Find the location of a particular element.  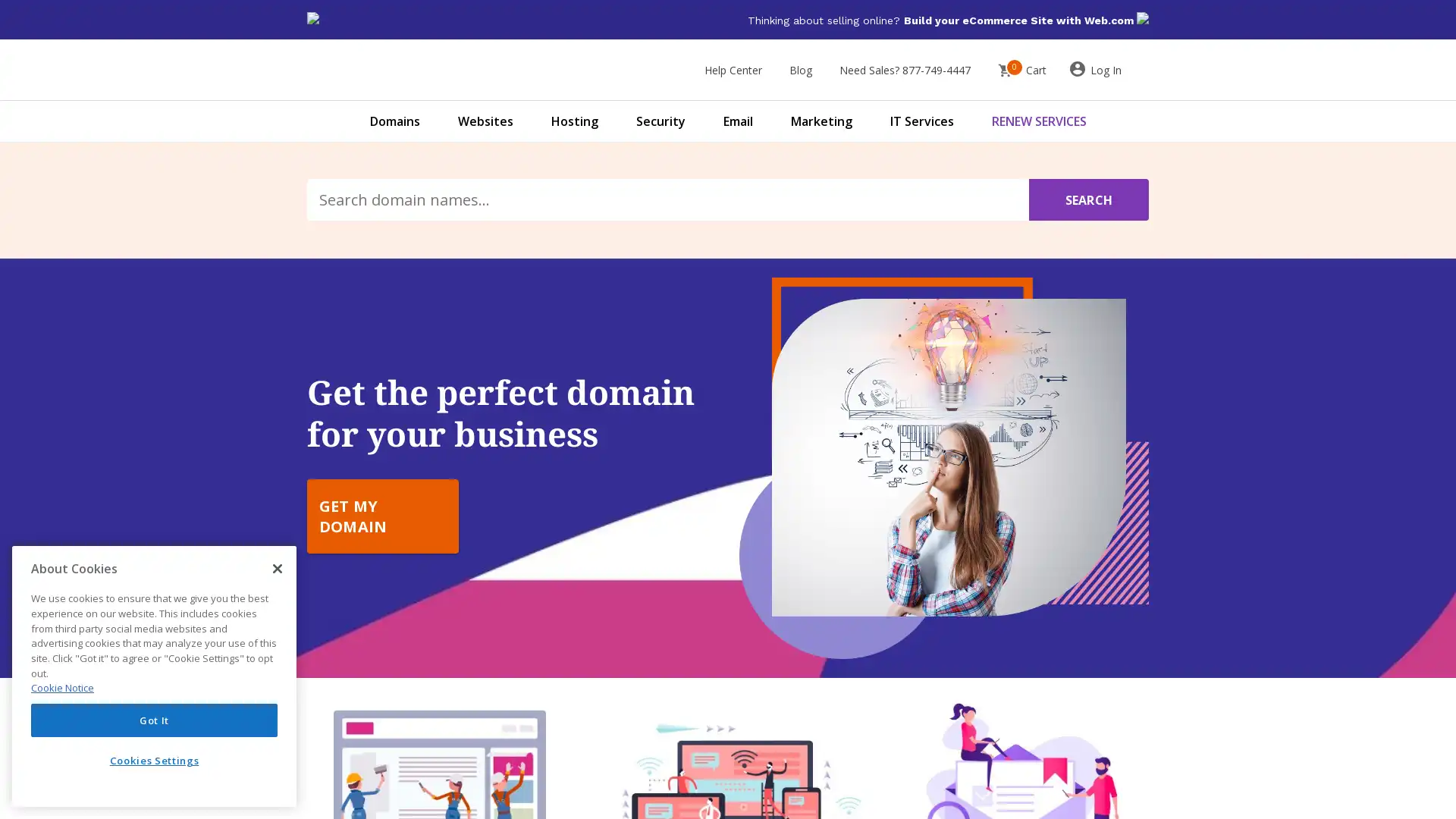

Got It is located at coordinates (154, 719).